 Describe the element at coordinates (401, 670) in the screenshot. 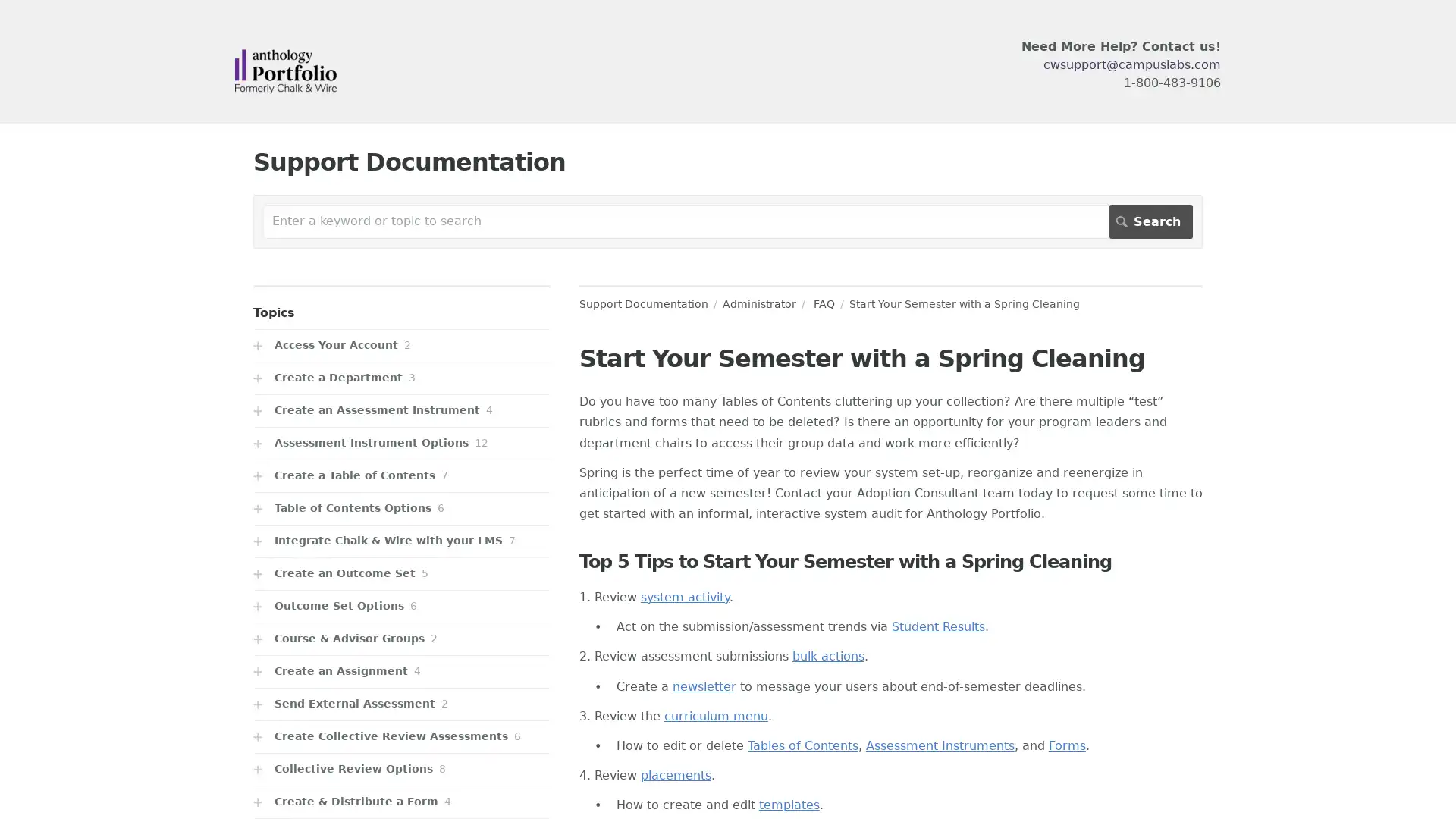

I see `Create an Assignment 4` at that location.